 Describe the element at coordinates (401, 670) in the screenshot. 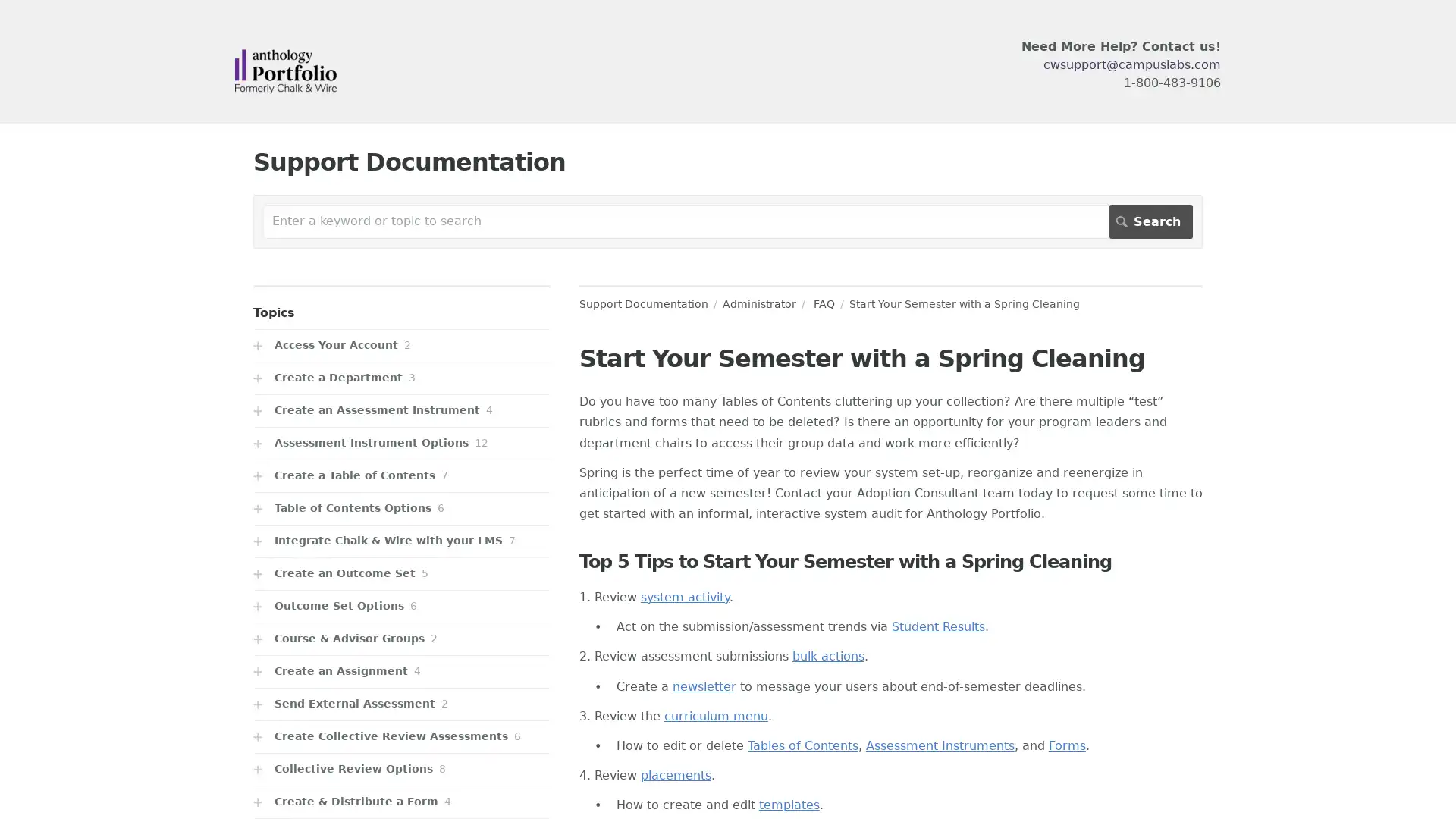

I see `Create an Assignment 4` at that location.